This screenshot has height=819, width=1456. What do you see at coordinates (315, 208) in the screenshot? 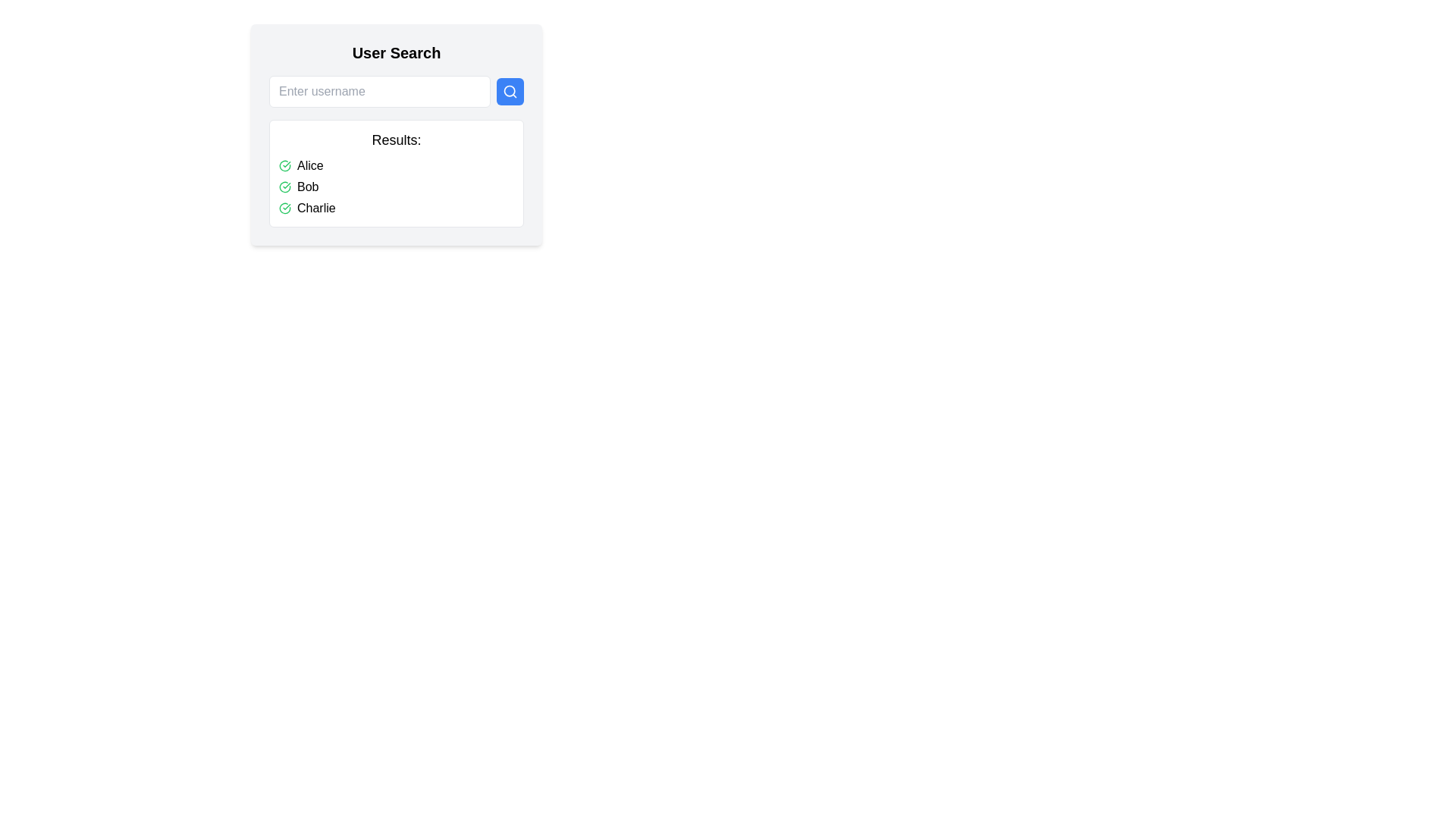
I see `the text label displaying the name 'Charlie'` at bounding box center [315, 208].